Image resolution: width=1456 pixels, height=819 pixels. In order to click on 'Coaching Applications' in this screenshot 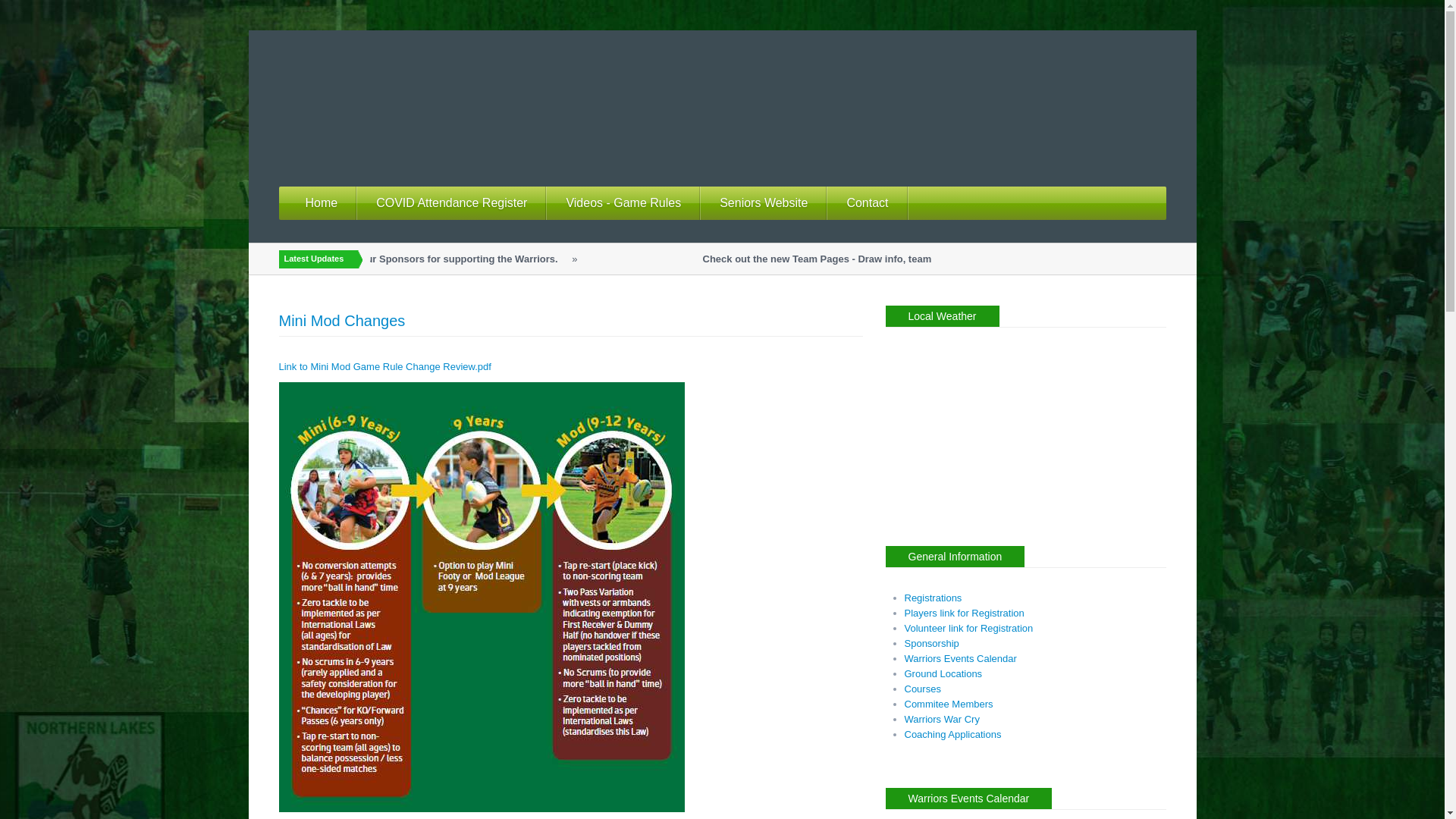, I will do `click(952, 733)`.